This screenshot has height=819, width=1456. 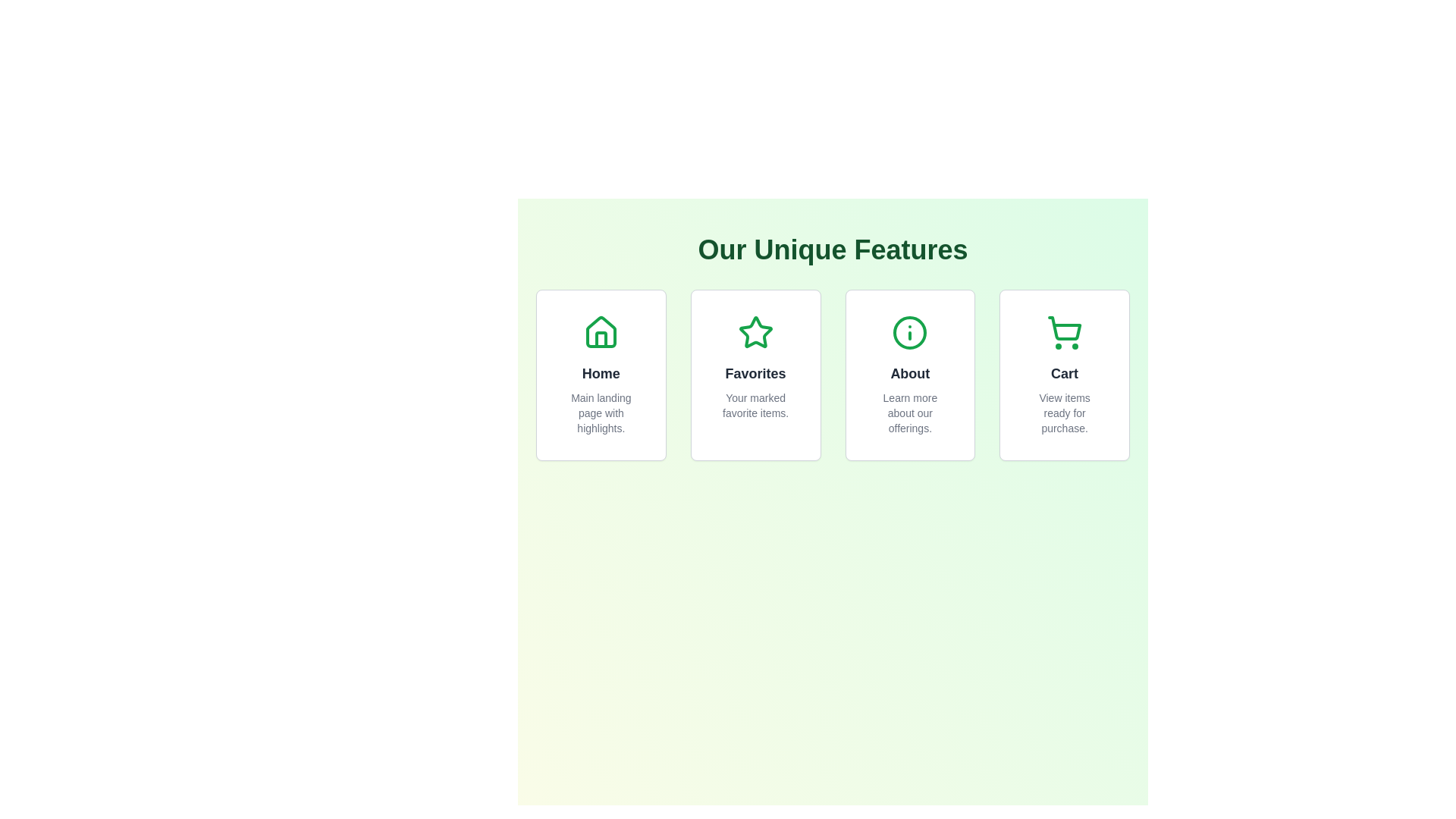 I want to click on the Text description label located beneath the 'Cart' label, which provides additional descriptive information about the 'Cart' icon, so click(x=1064, y=413).